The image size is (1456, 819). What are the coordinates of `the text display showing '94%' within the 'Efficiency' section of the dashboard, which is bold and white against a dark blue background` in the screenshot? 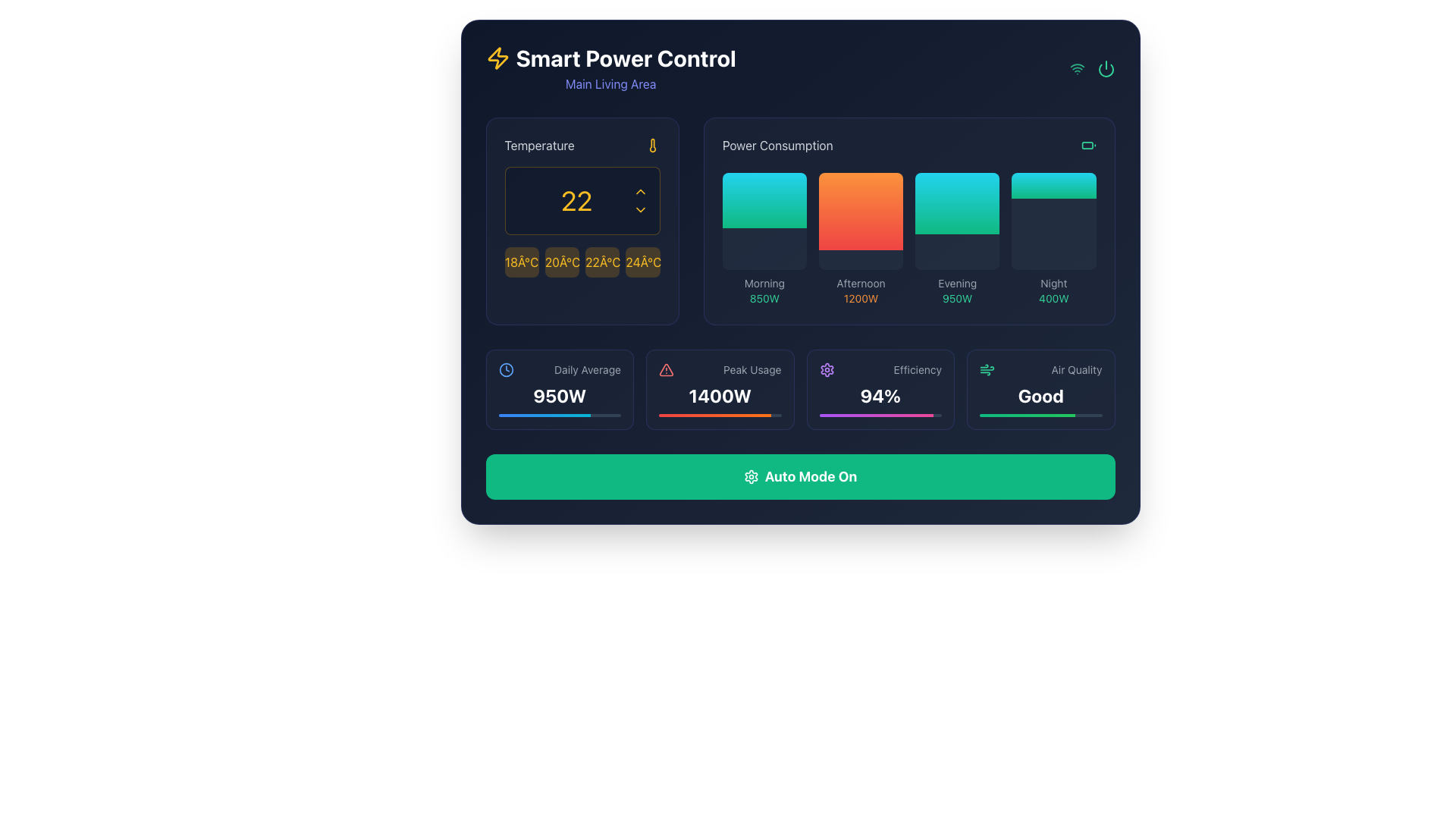 It's located at (880, 394).